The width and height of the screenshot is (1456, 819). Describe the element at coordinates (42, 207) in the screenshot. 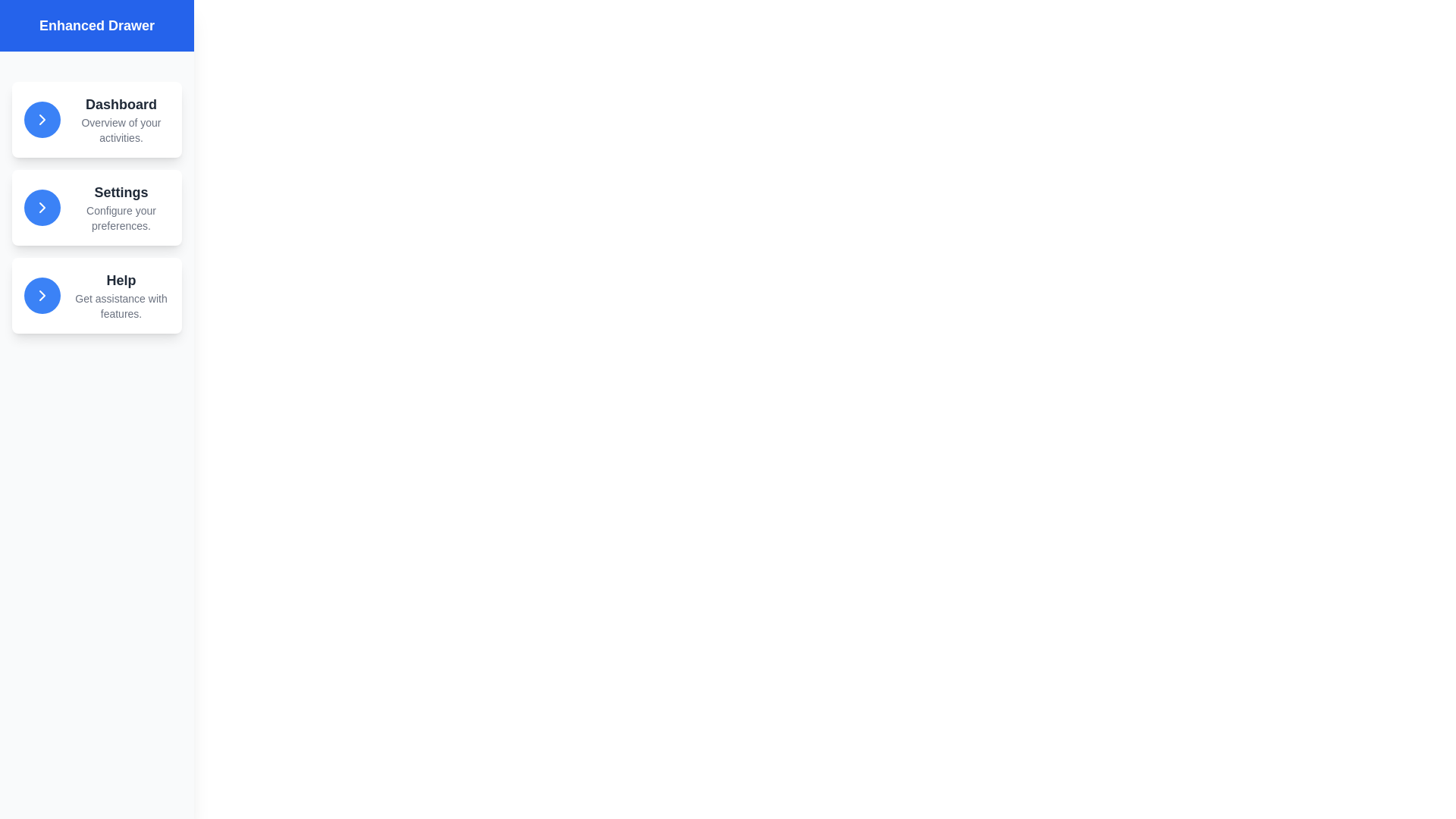

I see `the icon of Settings in the drawer to navigate to the respective section` at that location.